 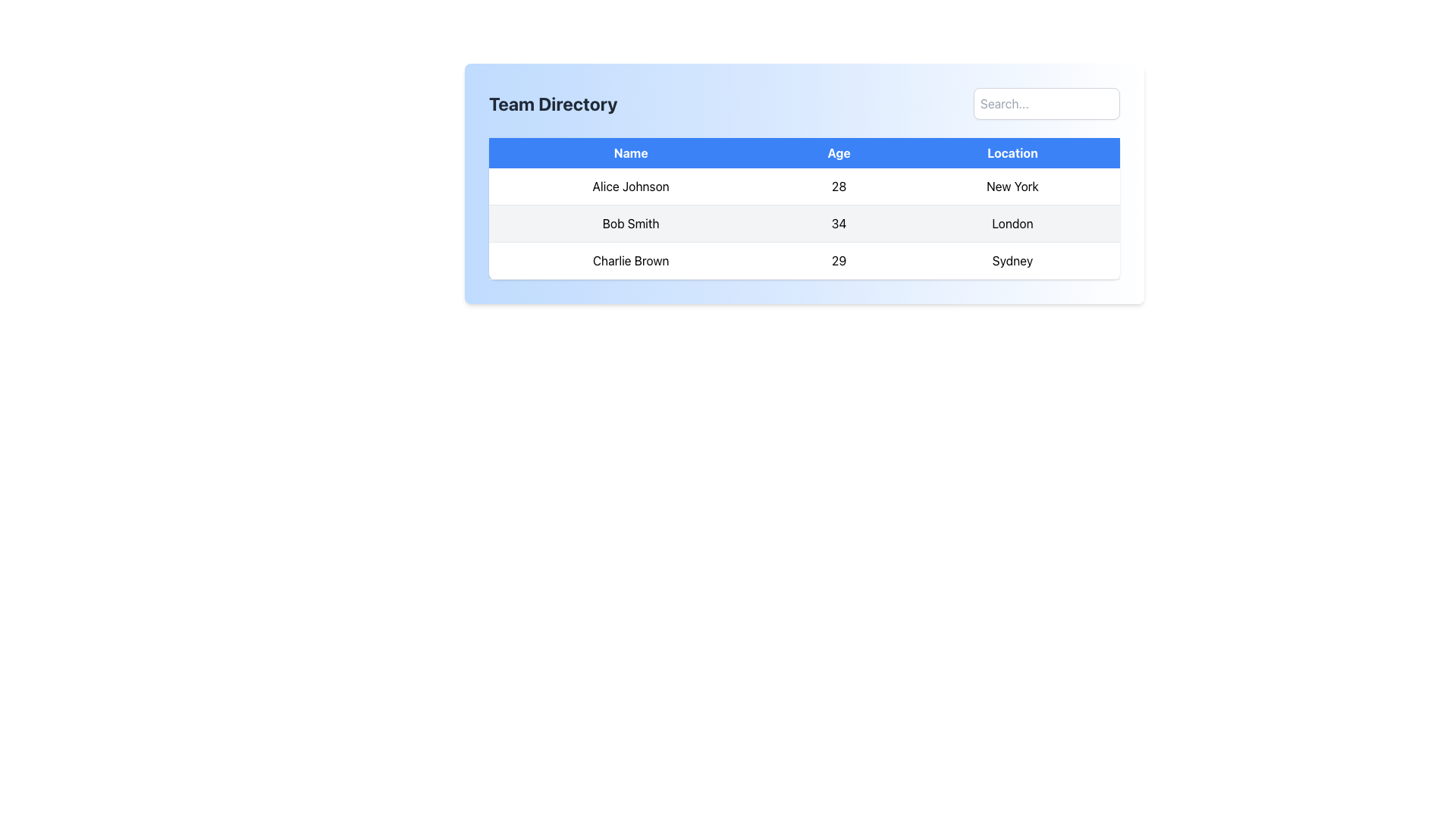 I want to click on the second row of the table containing 'Bob Smith', '34', and 'London' to highlight details, so click(x=803, y=223).